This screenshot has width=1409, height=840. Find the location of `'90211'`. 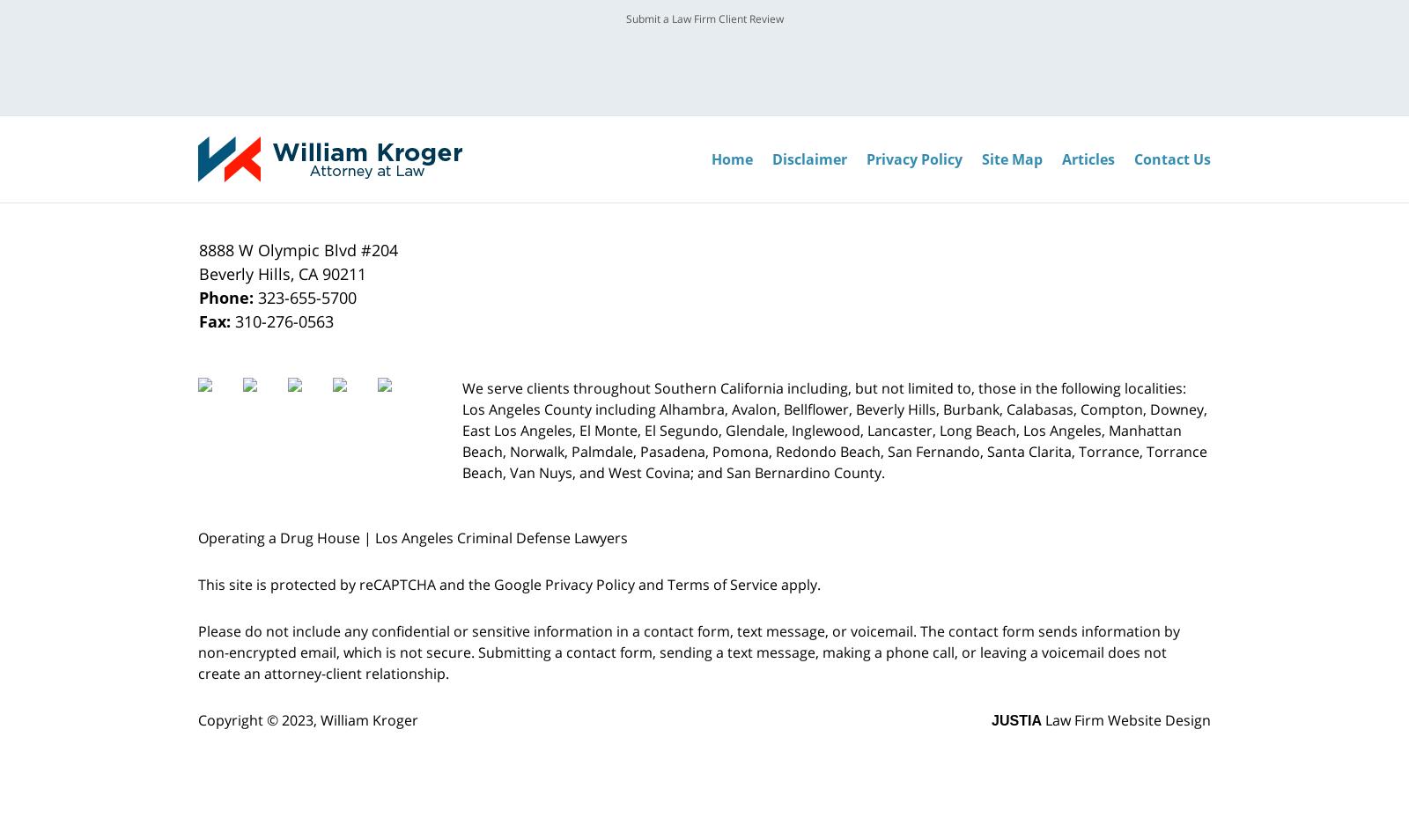

'90211' is located at coordinates (344, 274).